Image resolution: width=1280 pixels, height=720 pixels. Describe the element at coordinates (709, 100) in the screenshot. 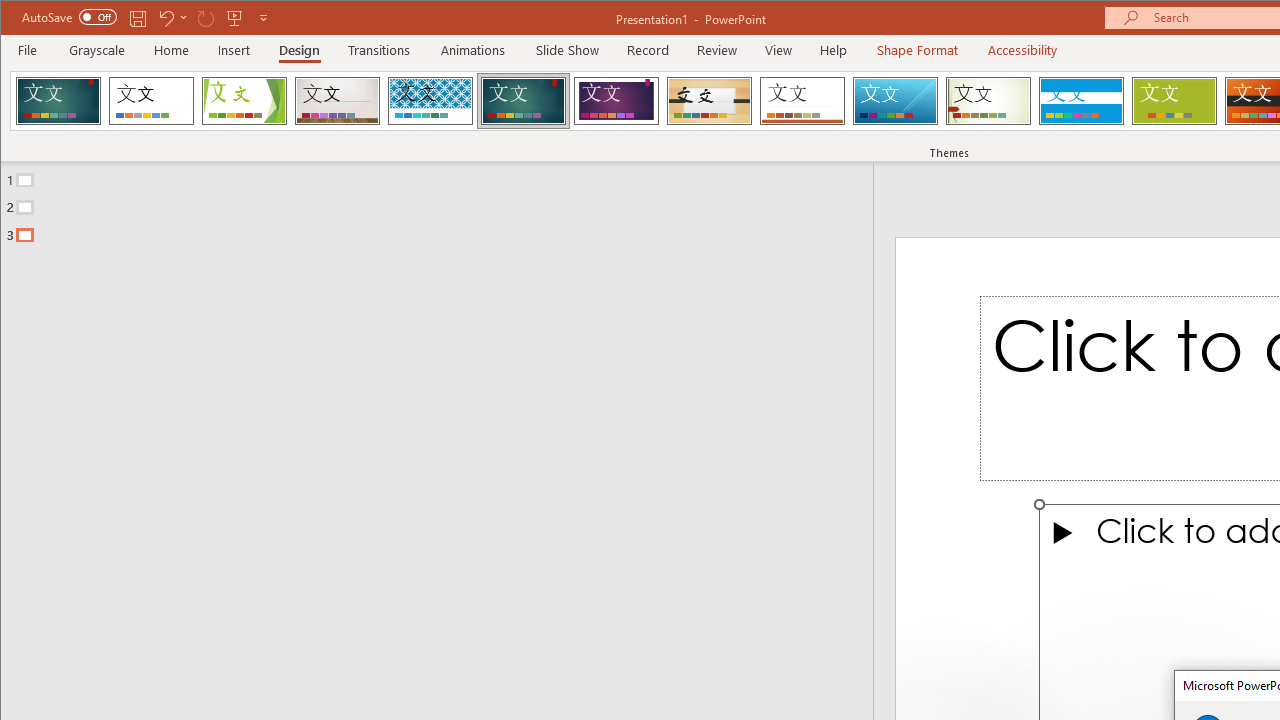

I see `'Organic'` at that location.